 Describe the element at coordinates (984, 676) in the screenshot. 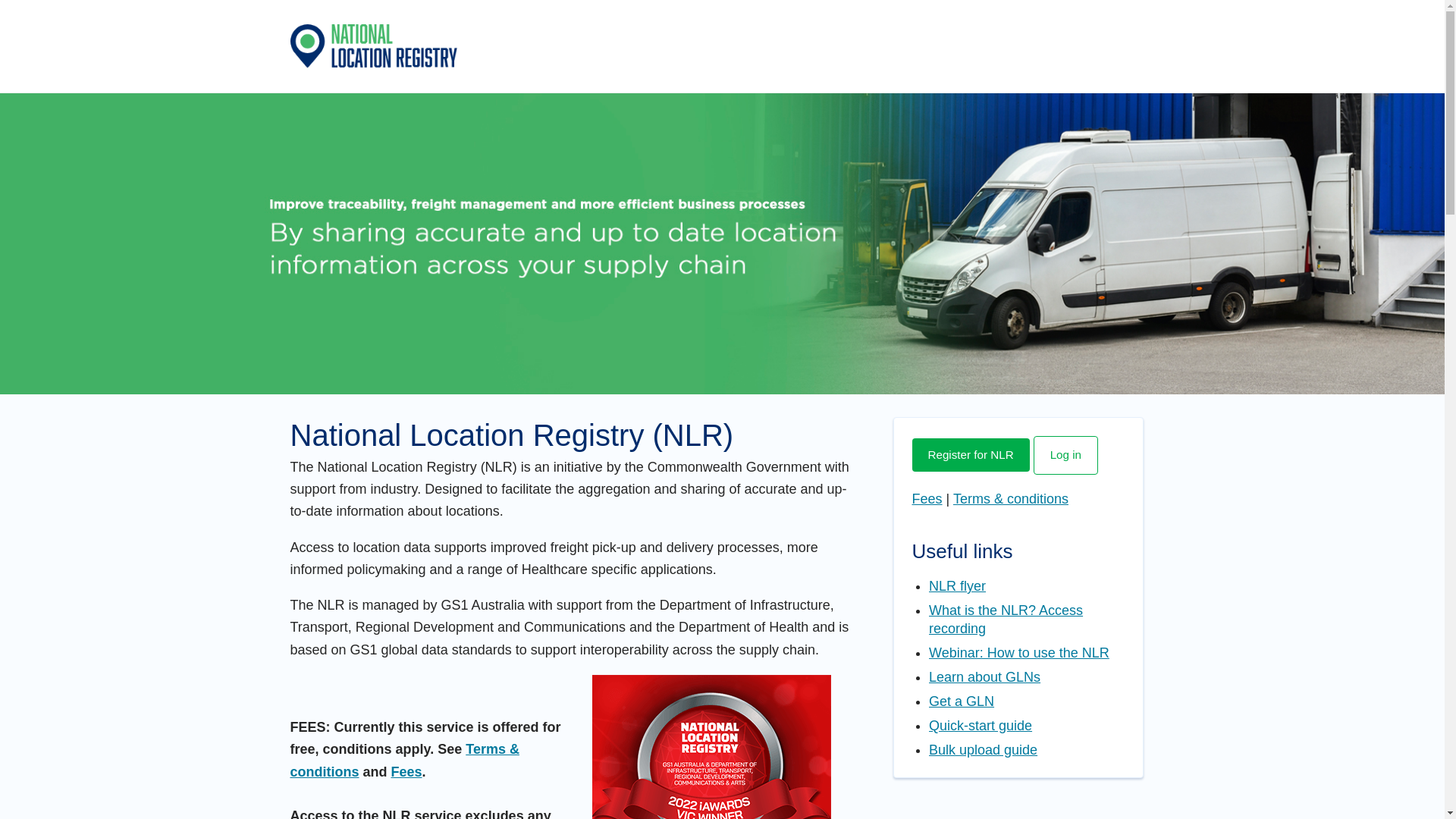

I see `'Learn about GLNs'` at that location.